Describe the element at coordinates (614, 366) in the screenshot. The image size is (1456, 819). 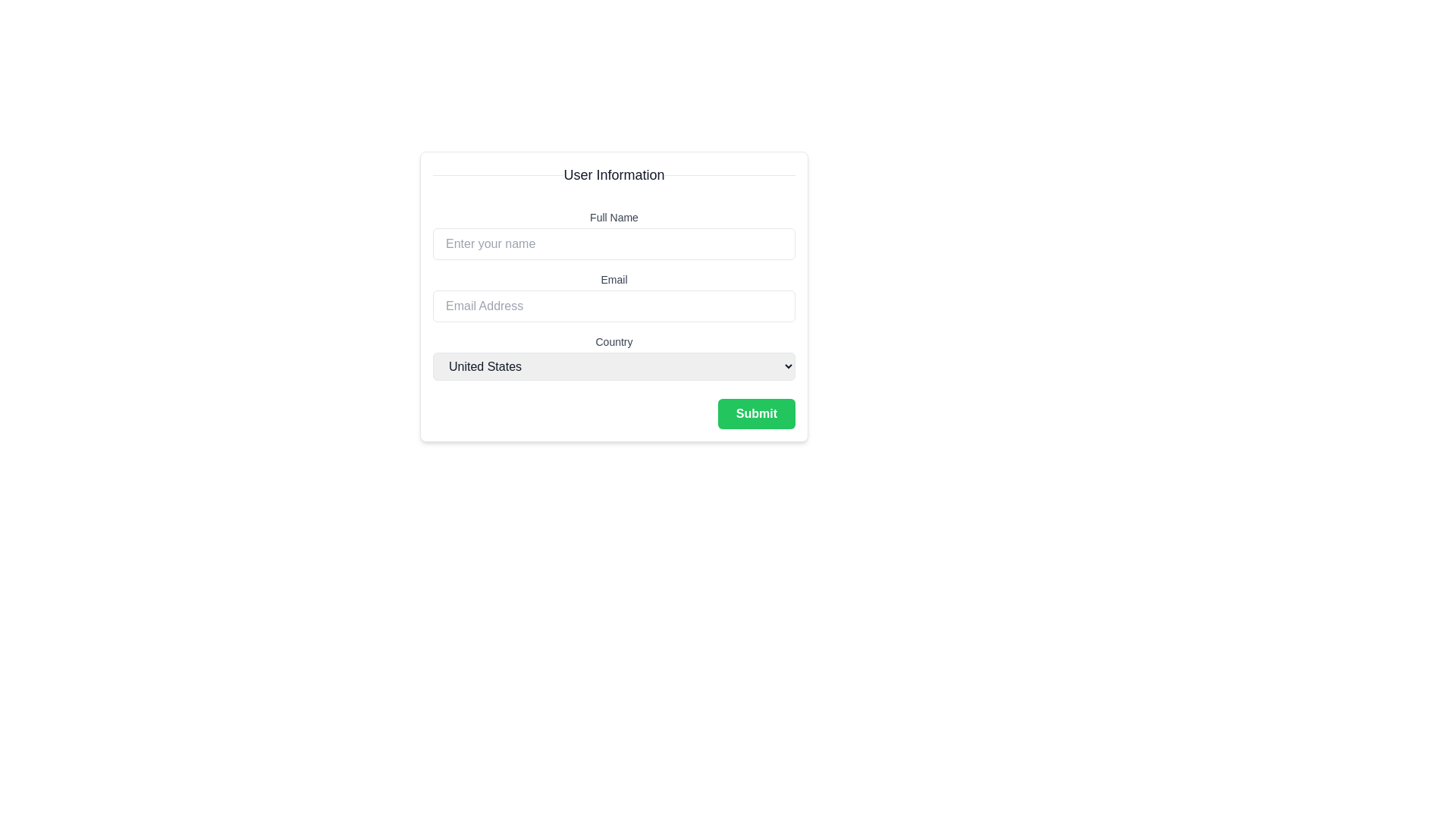
I see `the dropdown menu labeled 'Country' that displays 'United States'` at that location.